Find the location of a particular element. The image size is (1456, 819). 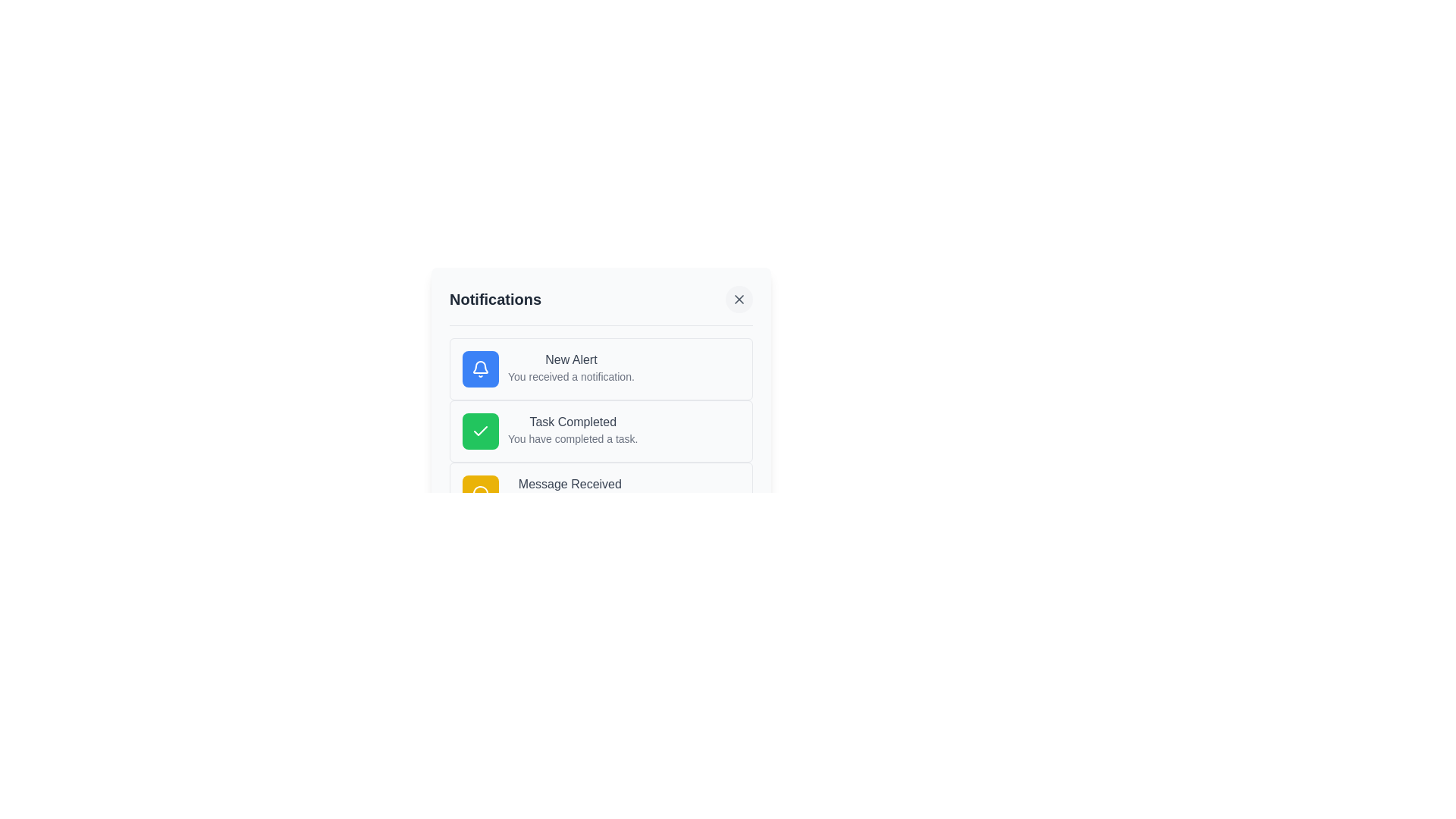

the notification icon representing a 'Message Received' alert located at the leftmost side of the notification card is located at coordinates (479, 494).